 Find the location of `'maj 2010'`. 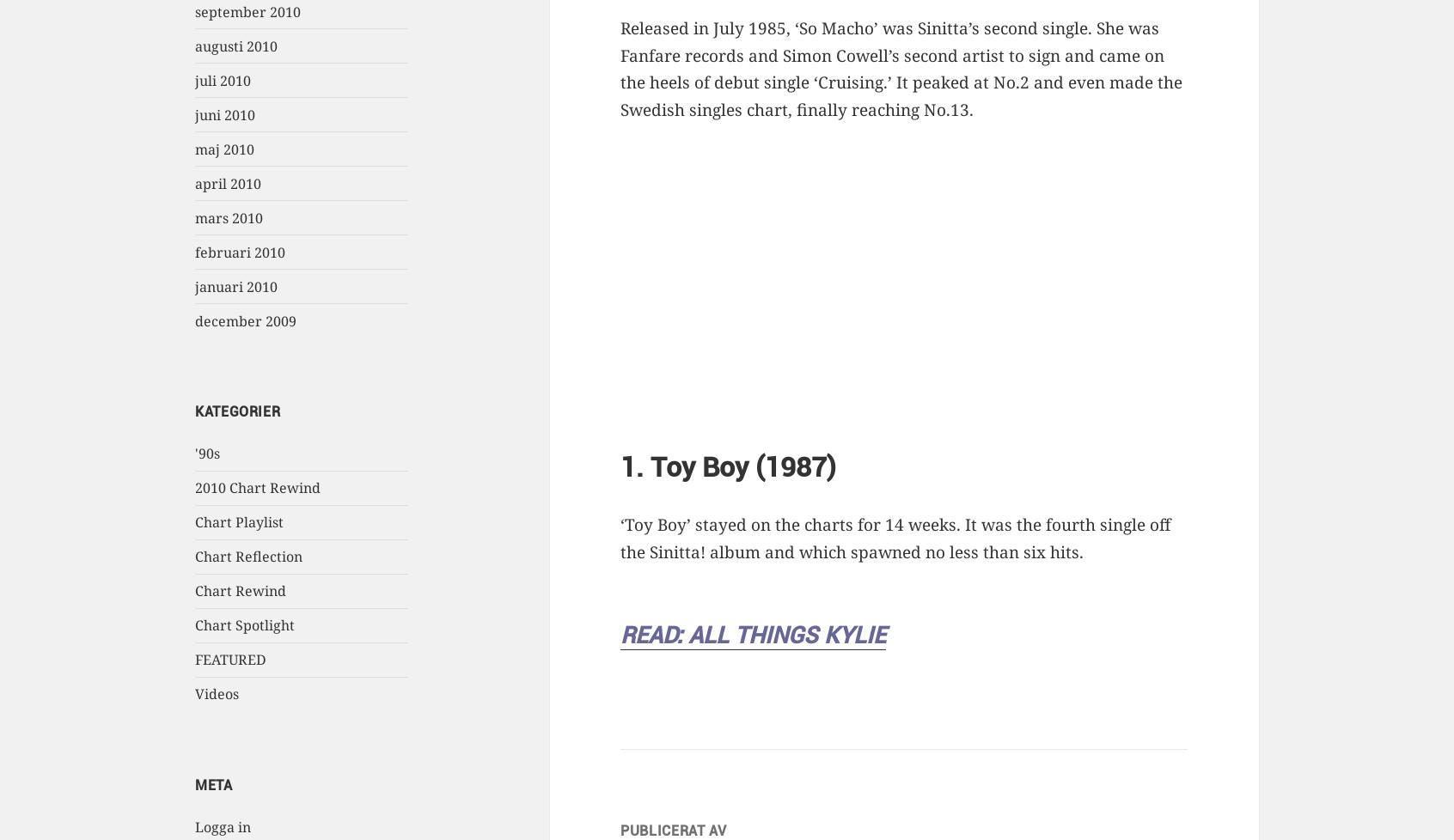

'maj 2010' is located at coordinates (224, 149).